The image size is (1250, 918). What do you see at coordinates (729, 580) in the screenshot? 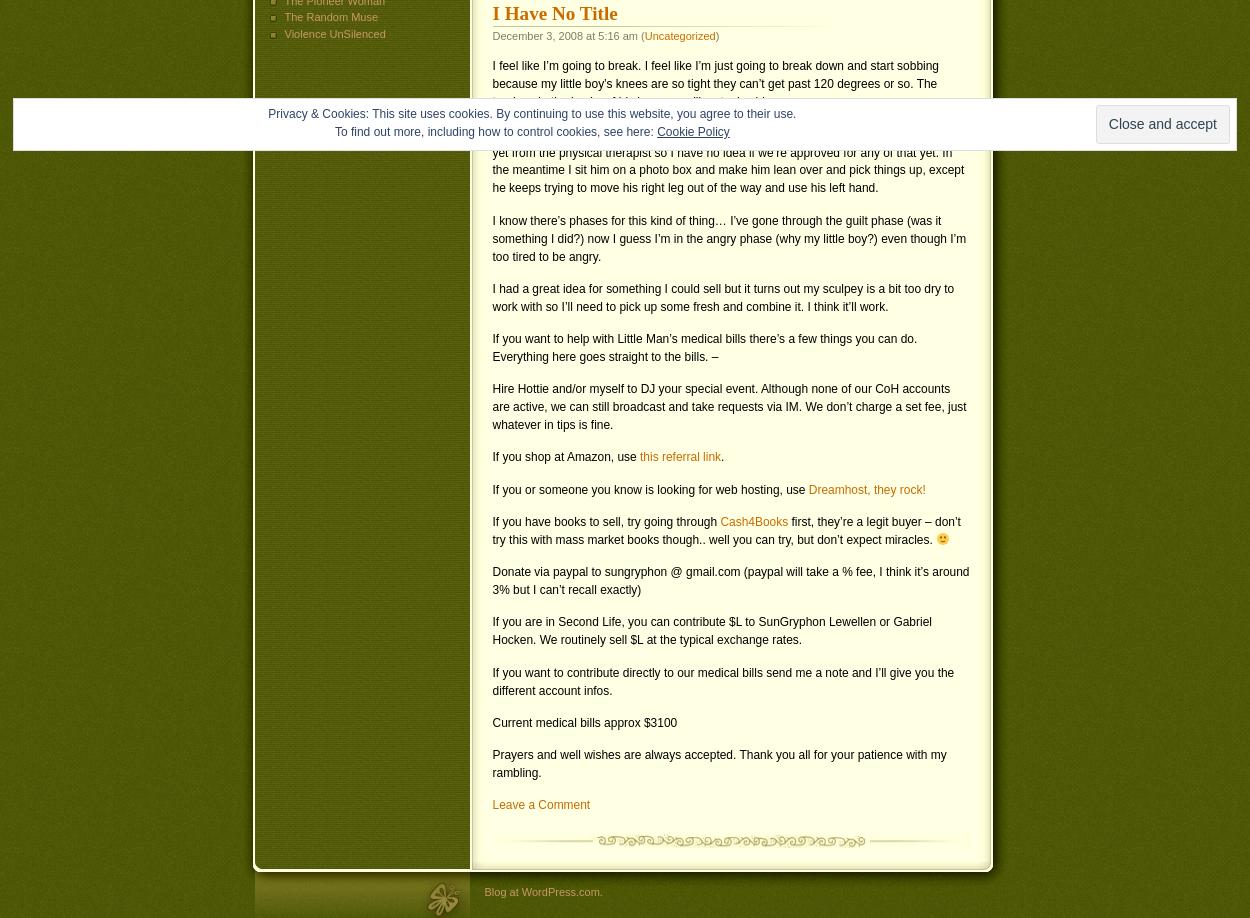
I see `'Donate via paypal to sungryphon @ gmail.com (paypal will take a % fee, I think it’s around 3% but I can’t recall exactly)'` at bounding box center [729, 580].